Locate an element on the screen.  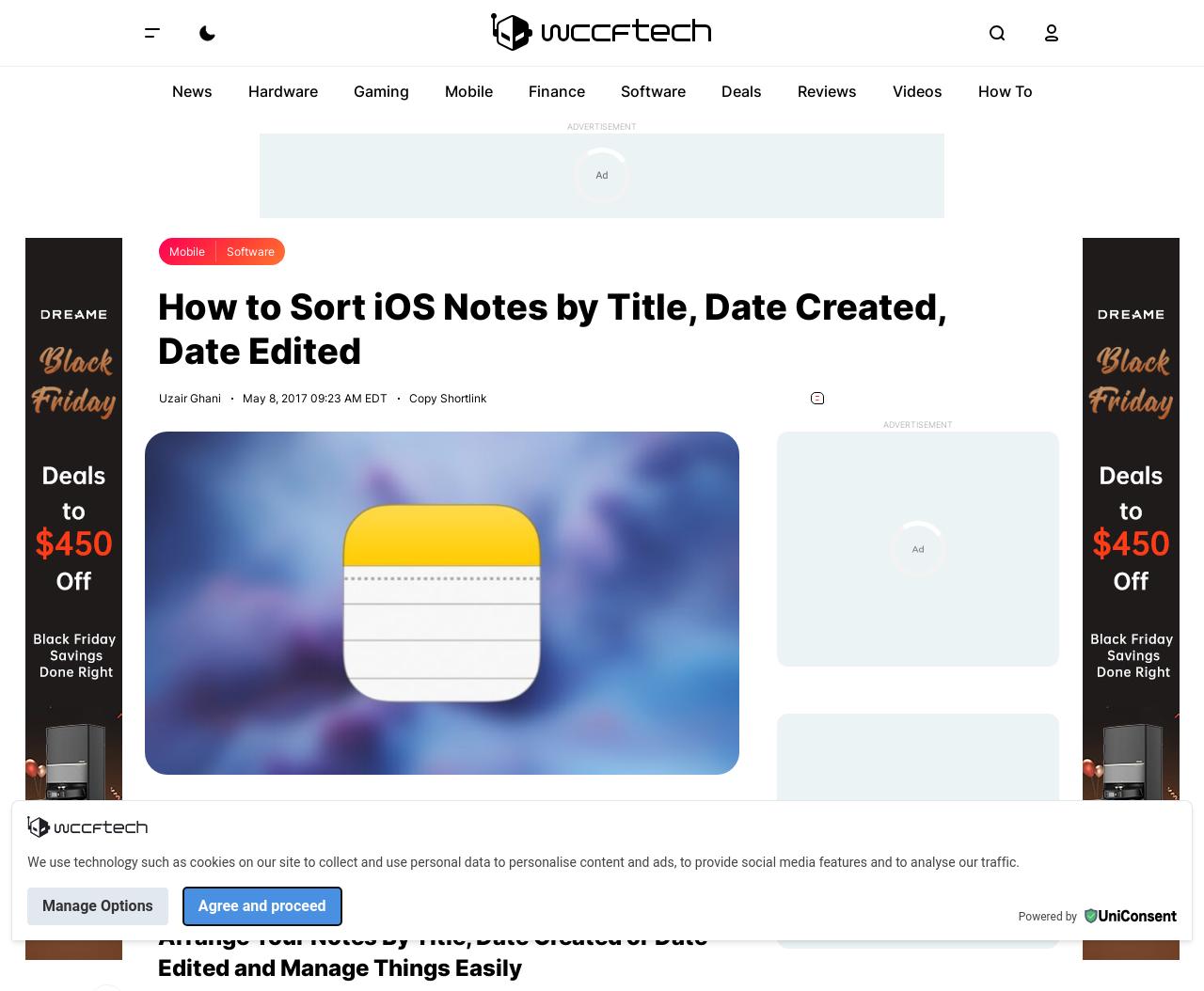
'Hardware' is located at coordinates (281, 89).